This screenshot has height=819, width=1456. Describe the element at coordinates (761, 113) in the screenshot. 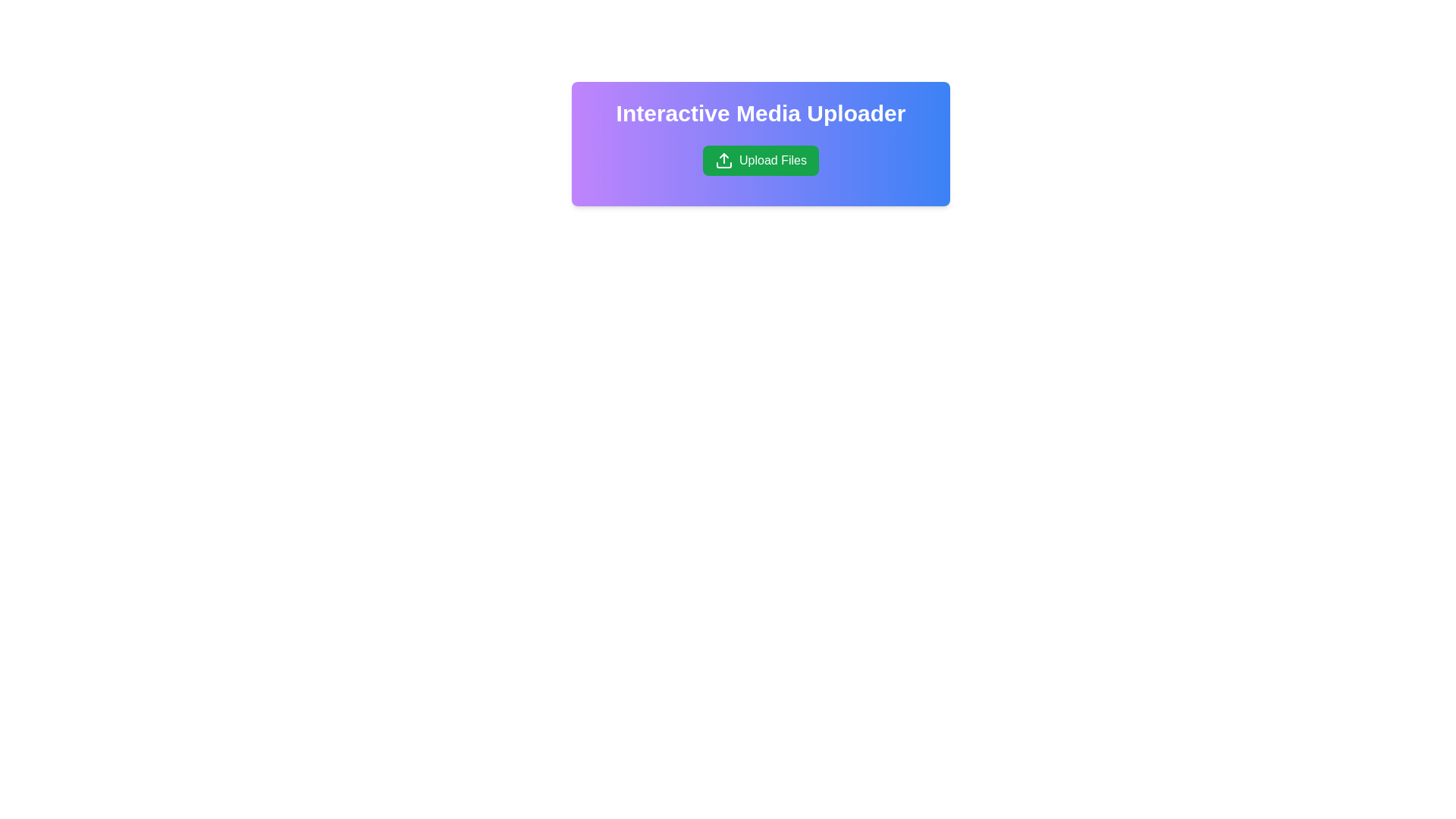

I see `the heading element displaying 'Interactive Media Uploader', which is styled with white text on a gradient background and is centered at the top of the card` at that location.